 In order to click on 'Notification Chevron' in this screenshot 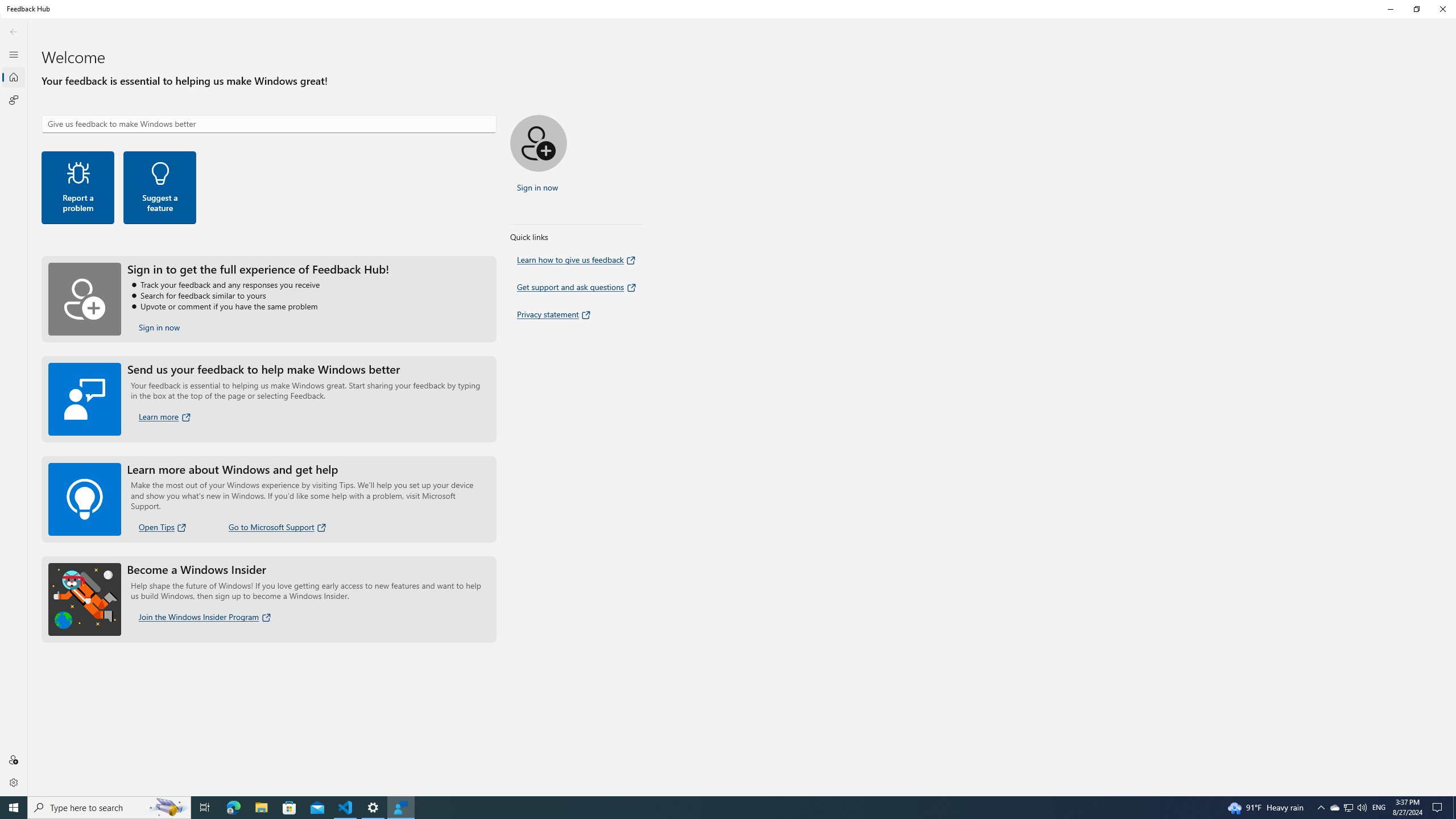, I will do `click(1321, 806)`.